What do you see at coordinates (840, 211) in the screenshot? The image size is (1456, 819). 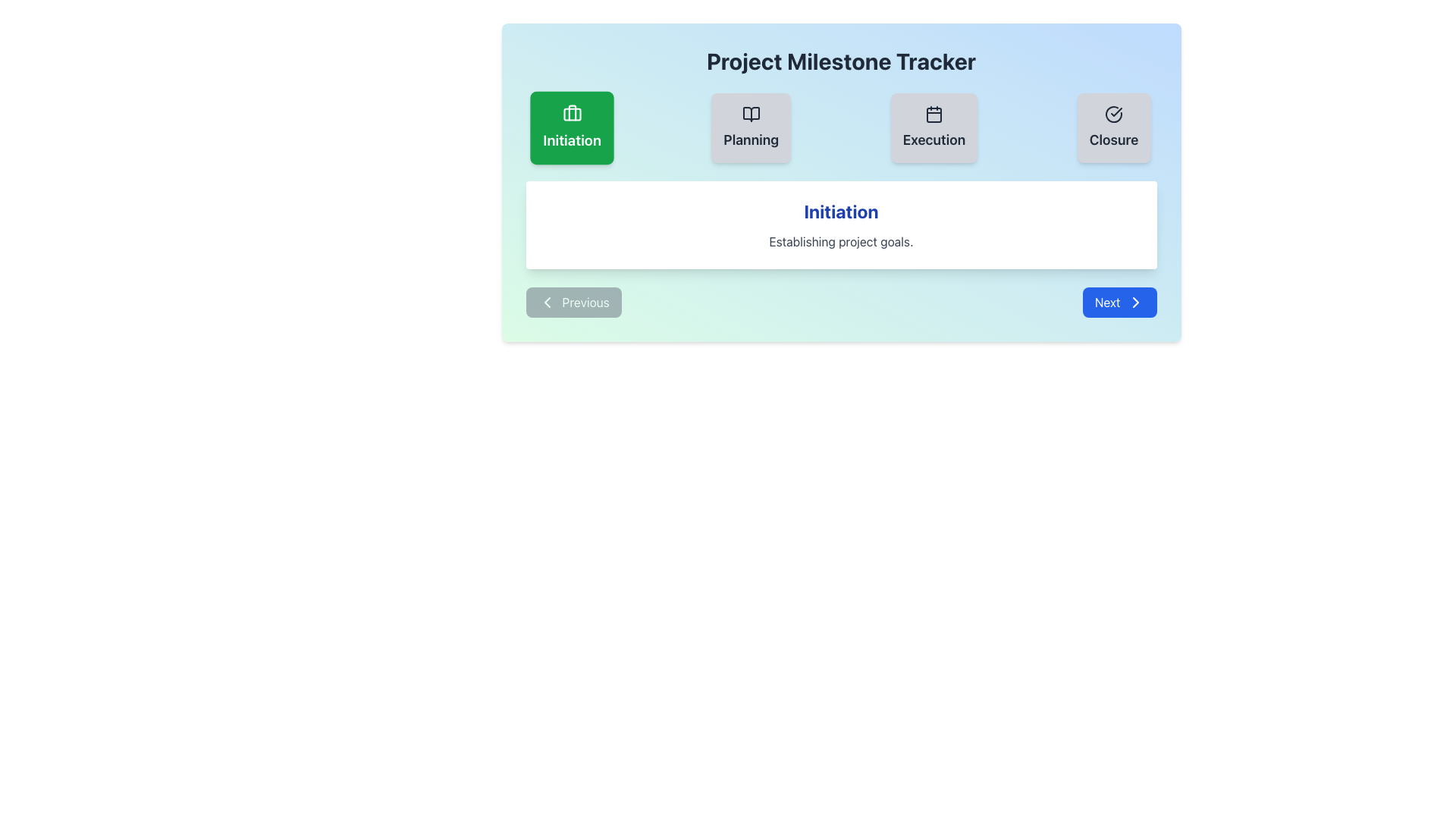 I see `the Text Label that serves as a title or heading for the current phase, positioned above the 'Establishing project goals.' text` at bounding box center [840, 211].